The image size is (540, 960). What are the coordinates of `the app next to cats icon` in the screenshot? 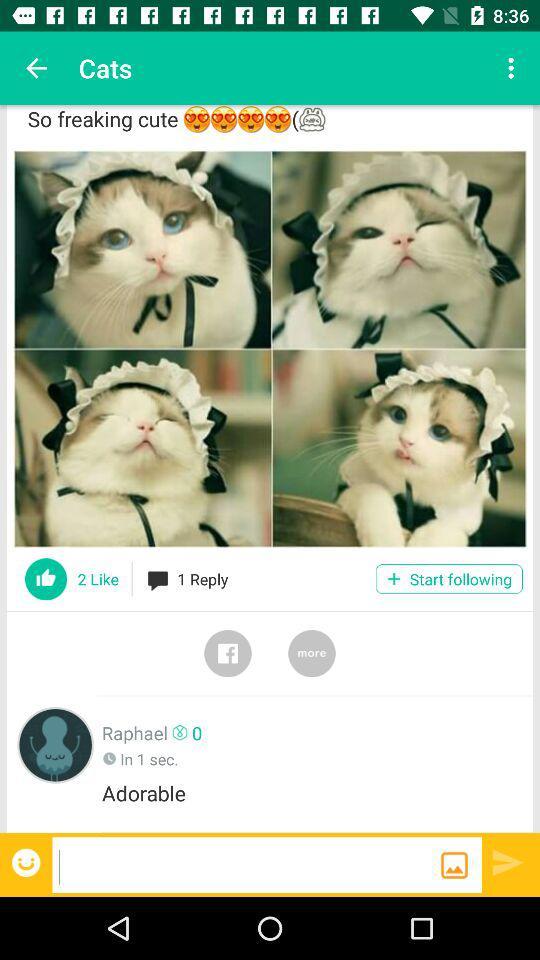 It's located at (513, 68).